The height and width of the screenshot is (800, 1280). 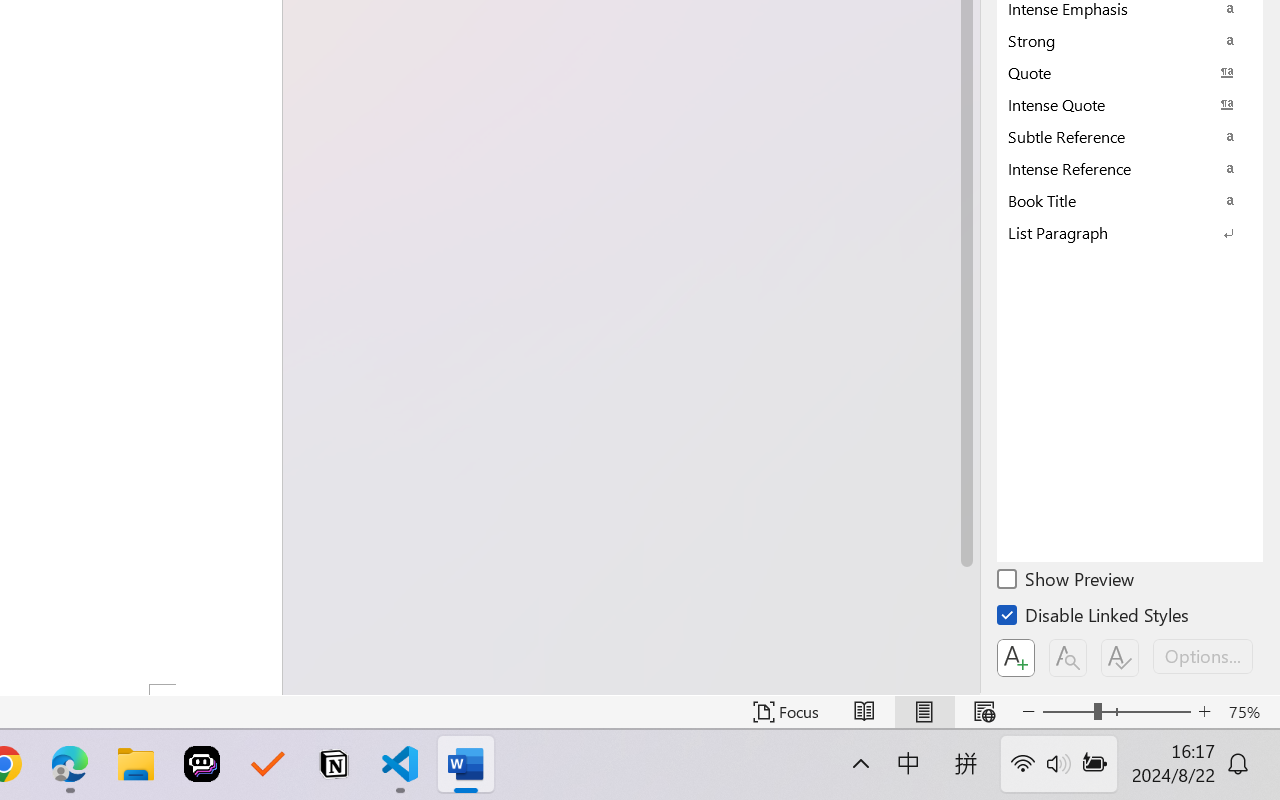 I want to click on 'Class: NetUIButton', so click(x=1120, y=657).